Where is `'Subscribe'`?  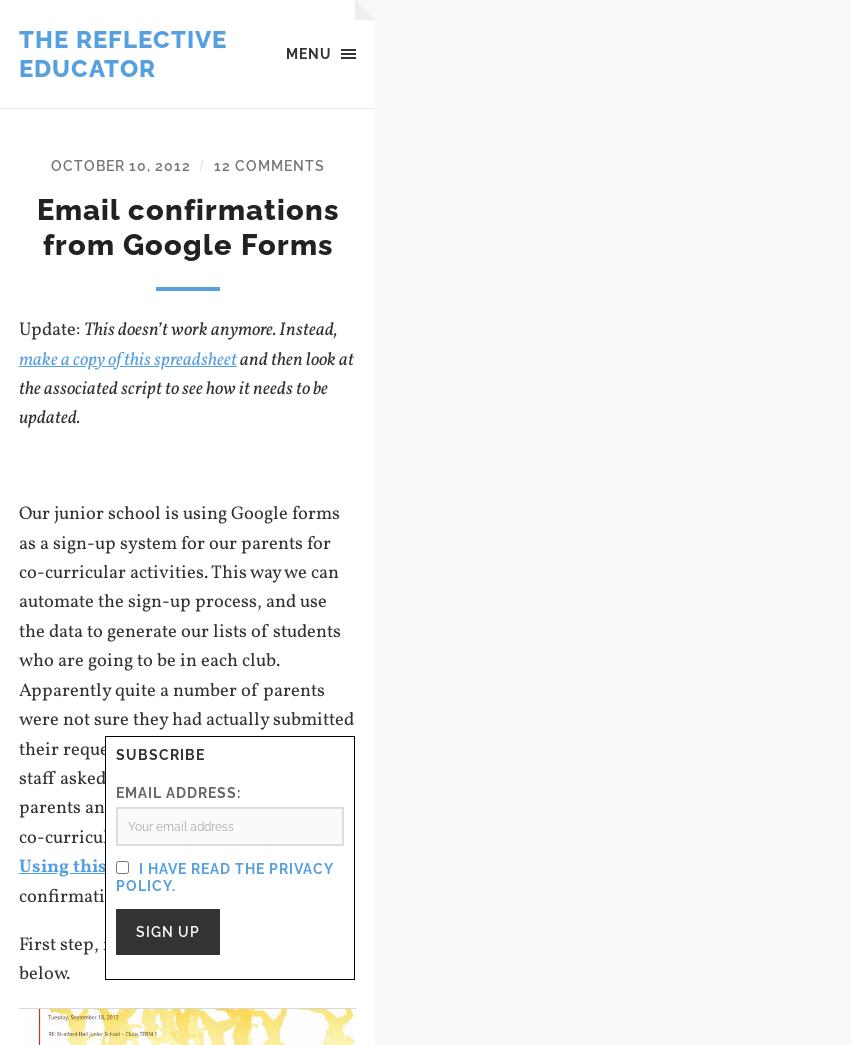 'Subscribe' is located at coordinates (159, 754).